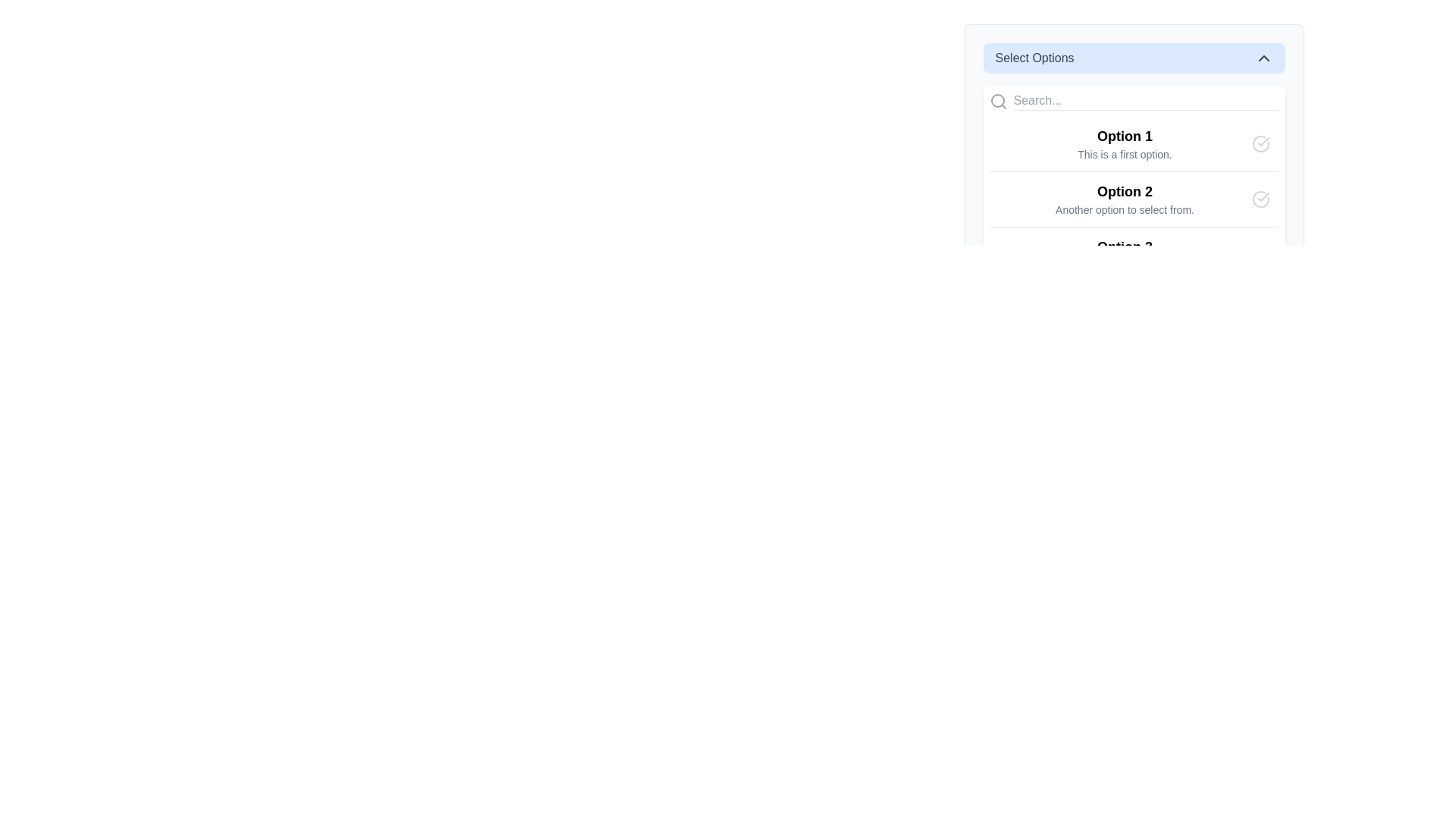 The height and width of the screenshot is (819, 1456). What do you see at coordinates (997, 100) in the screenshot?
I see `the smaller circular component of the search icon located at the top-left corner of the dropdown interface` at bounding box center [997, 100].